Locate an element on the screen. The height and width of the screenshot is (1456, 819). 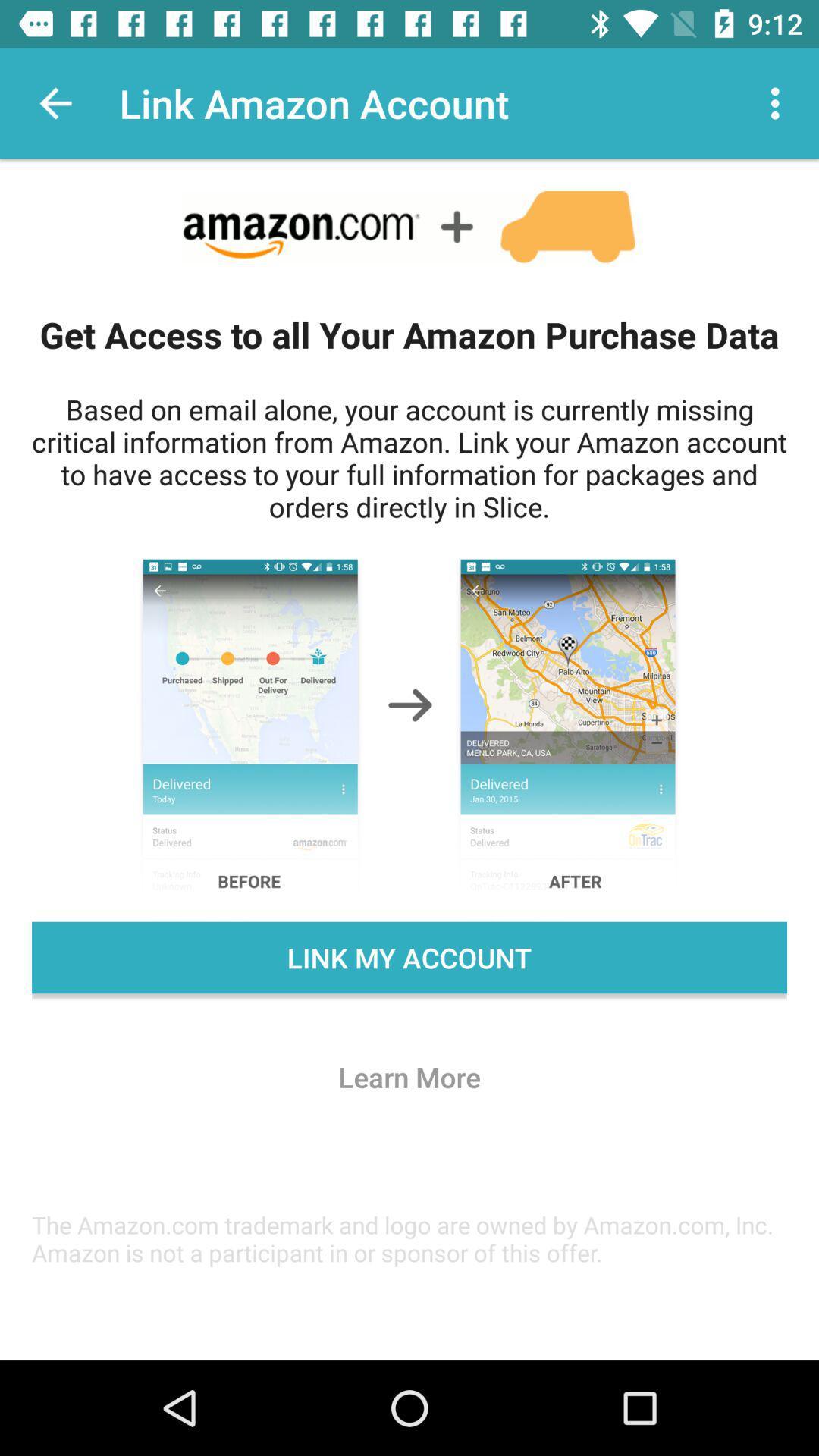
icon next to link amazon account item is located at coordinates (779, 102).